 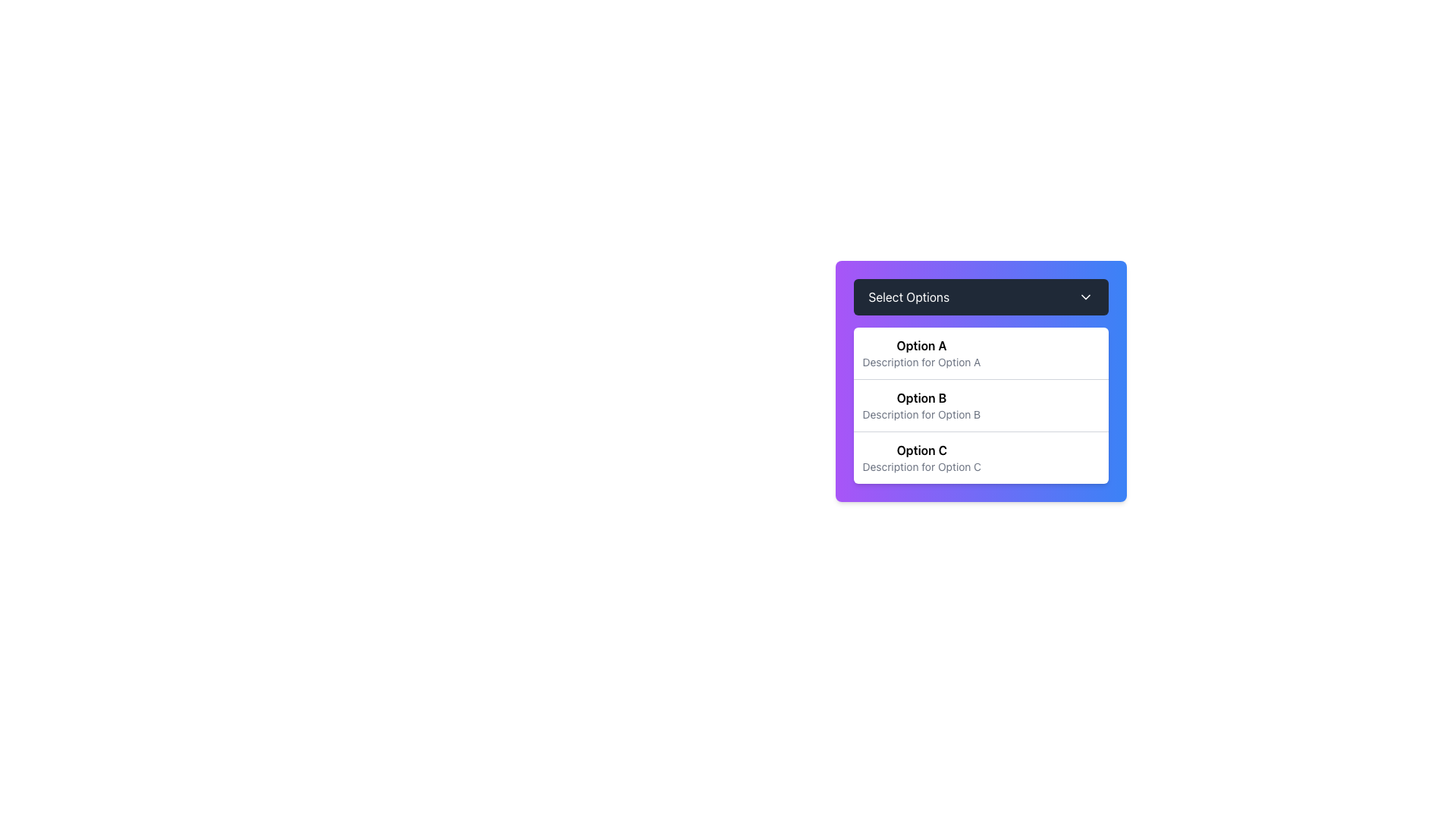 What do you see at coordinates (981, 353) in the screenshot?
I see `the first selectable item 'Option A' in the dropdown menu` at bounding box center [981, 353].